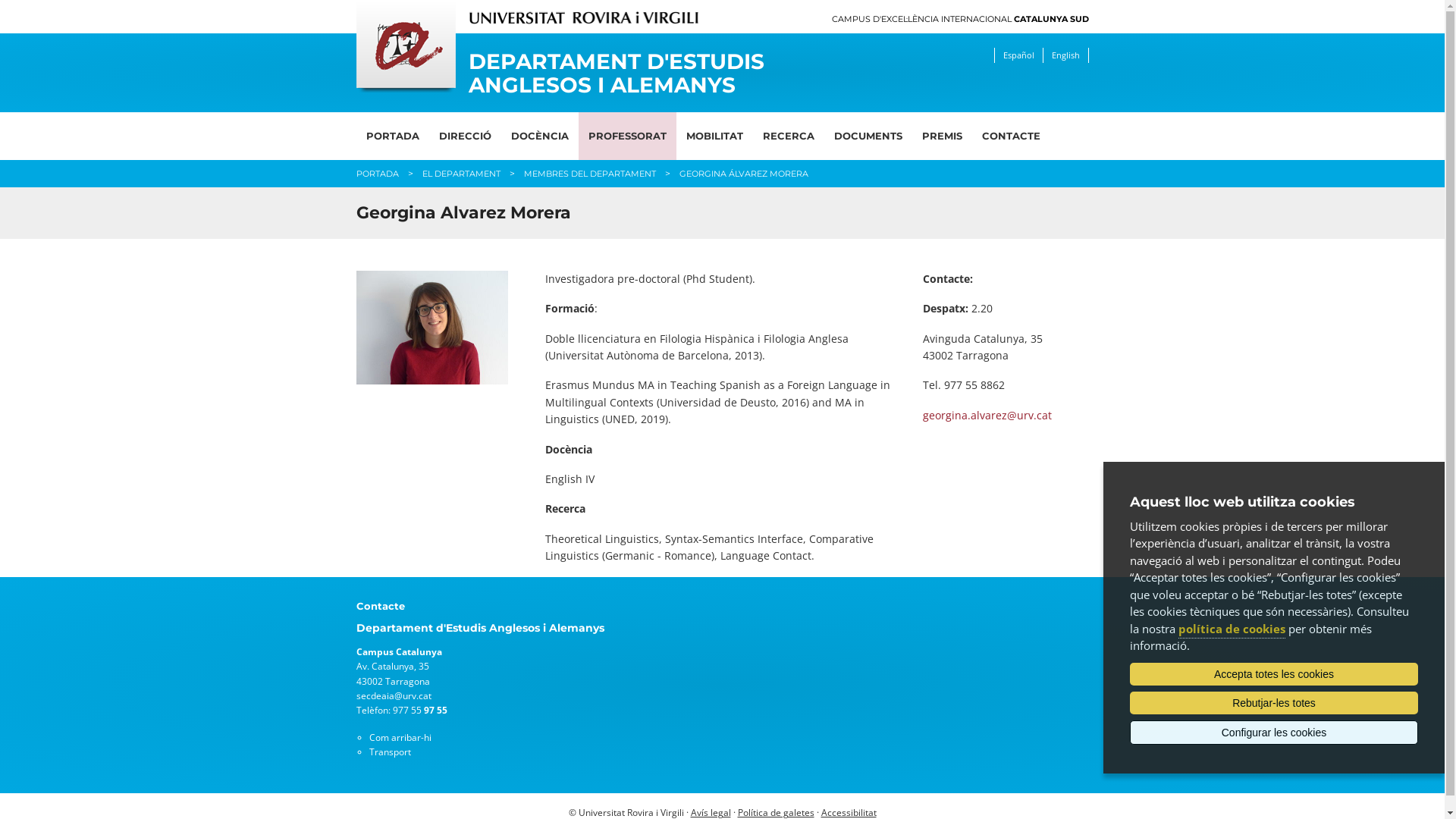 This screenshot has height=819, width=1456. I want to click on 'PORTADA', so click(393, 135).